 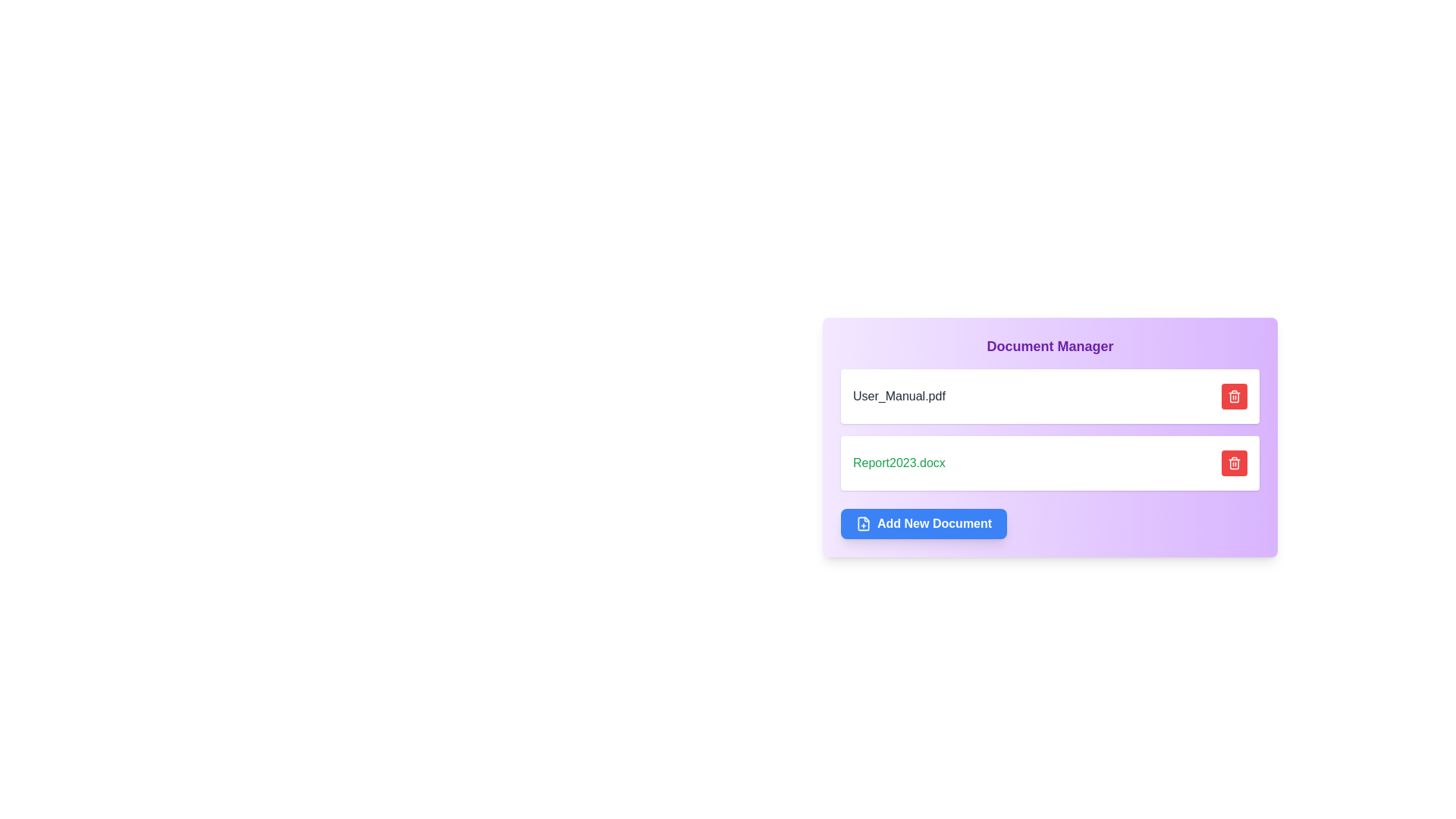 What do you see at coordinates (899, 462) in the screenshot?
I see `the text label displaying 'Report2023.docx' which is styled in green and is located below 'User_Manual.pdf' and to the left of the 'Deselect' button` at bounding box center [899, 462].